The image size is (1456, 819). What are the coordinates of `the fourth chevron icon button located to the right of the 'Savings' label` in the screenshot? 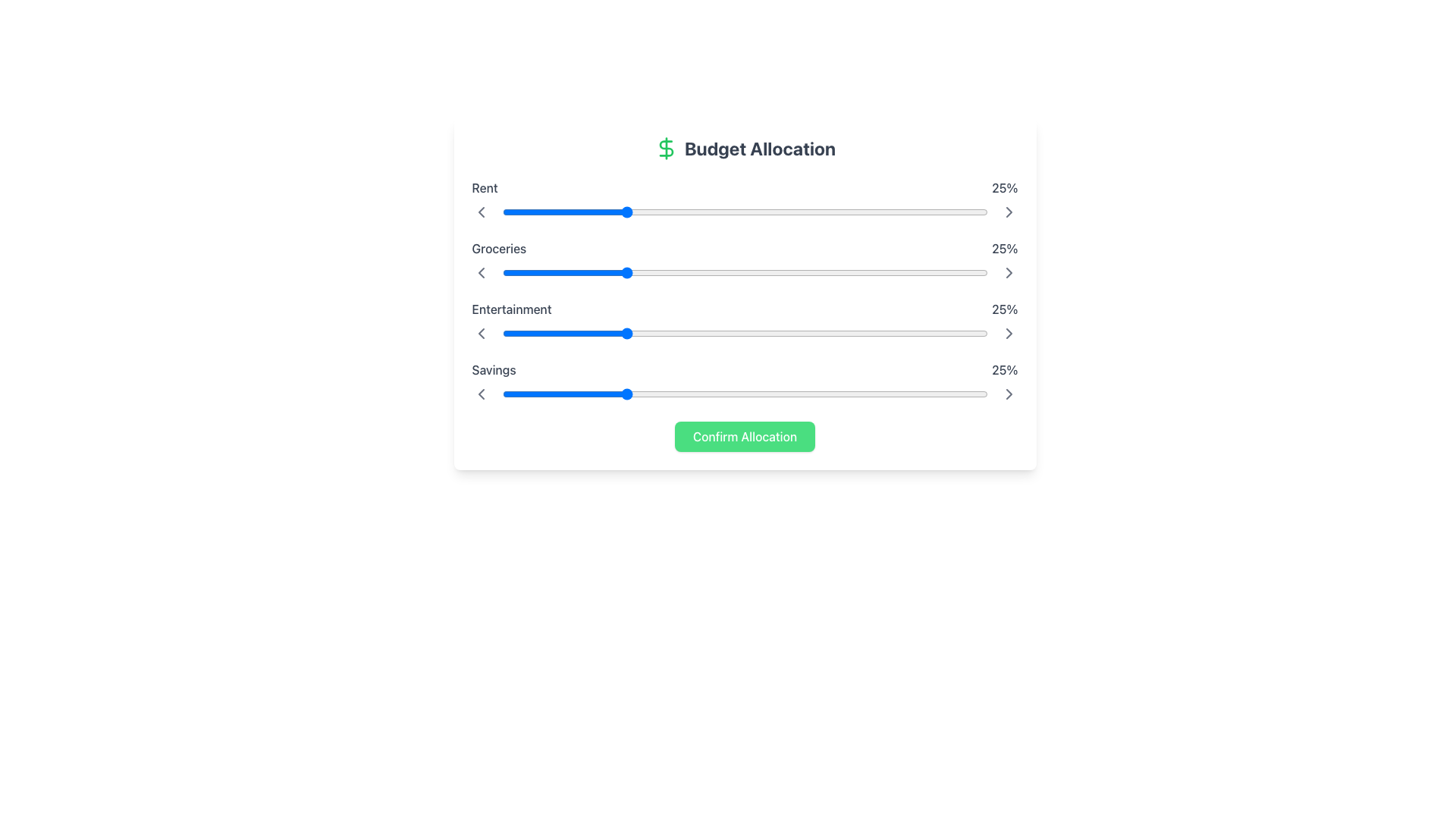 It's located at (1009, 332).